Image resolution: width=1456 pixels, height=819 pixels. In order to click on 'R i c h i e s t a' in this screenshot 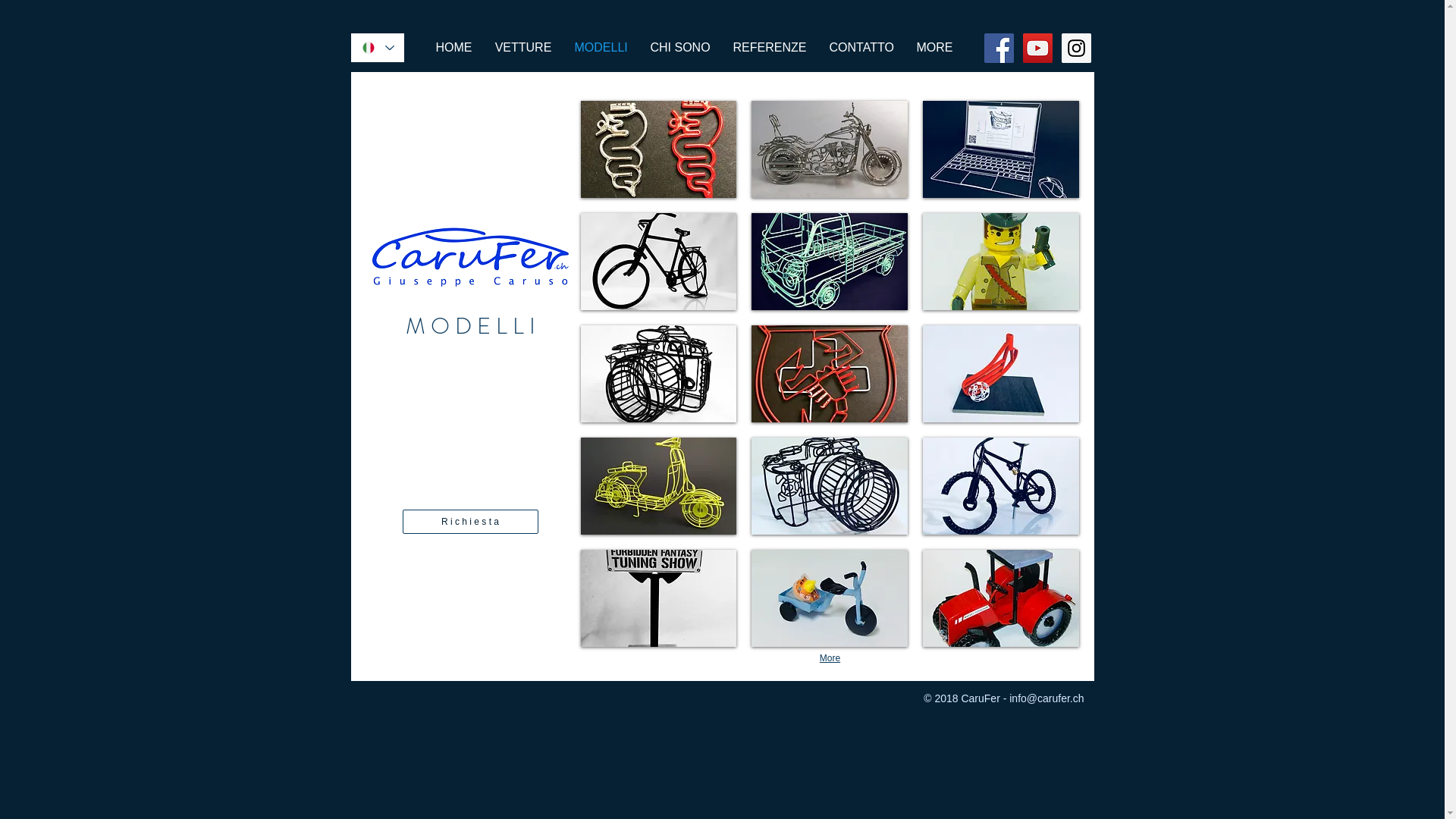, I will do `click(469, 520)`.